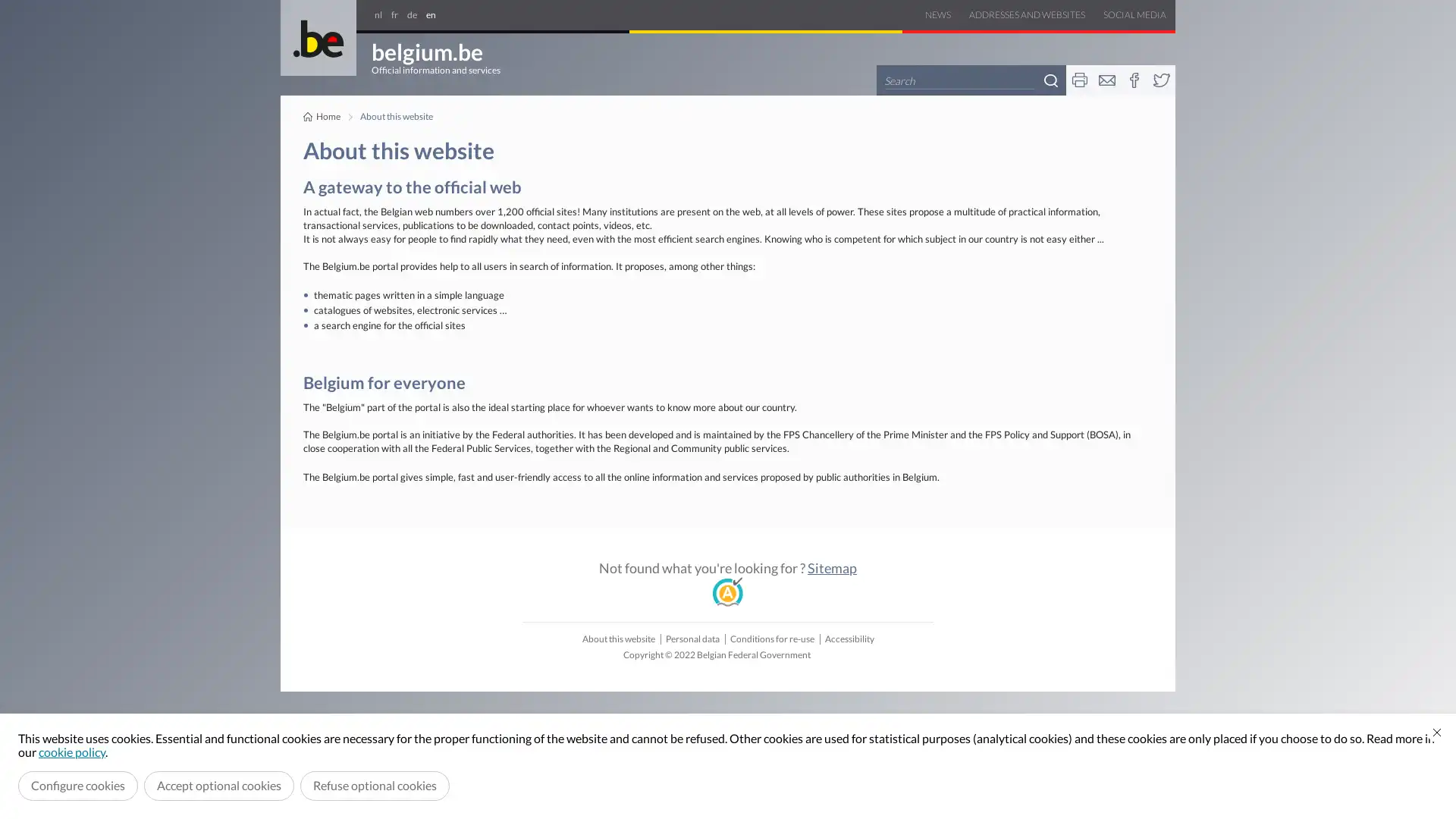 Image resolution: width=1456 pixels, height=819 pixels. What do you see at coordinates (218, 785) in the screenshot?
I see `Accept optional cookies` at bounding box center [218, 785].